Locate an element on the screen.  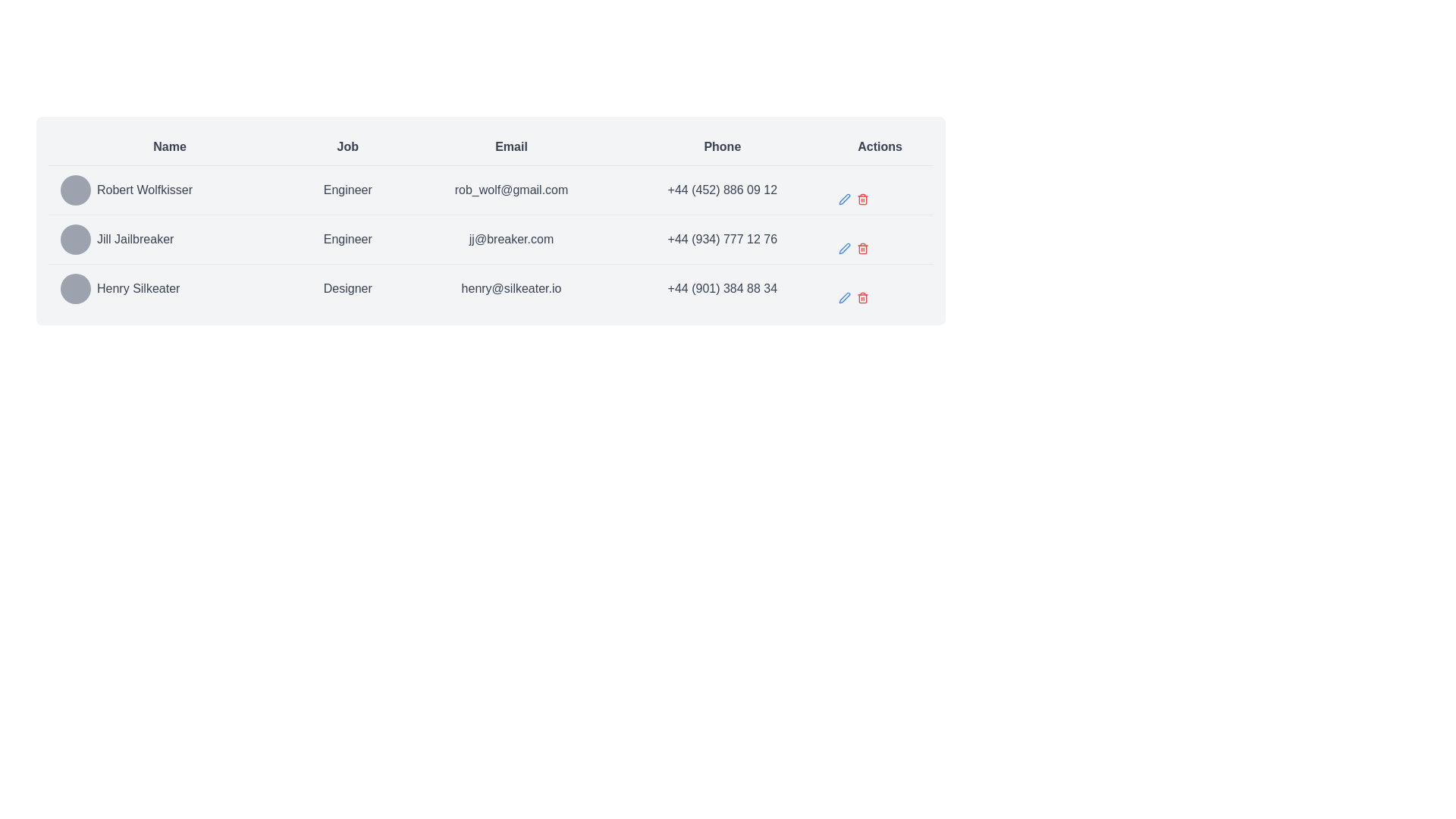
the edit icon button located in the 'Actions' column of the second row in the table is located at coordinates (843, 198).